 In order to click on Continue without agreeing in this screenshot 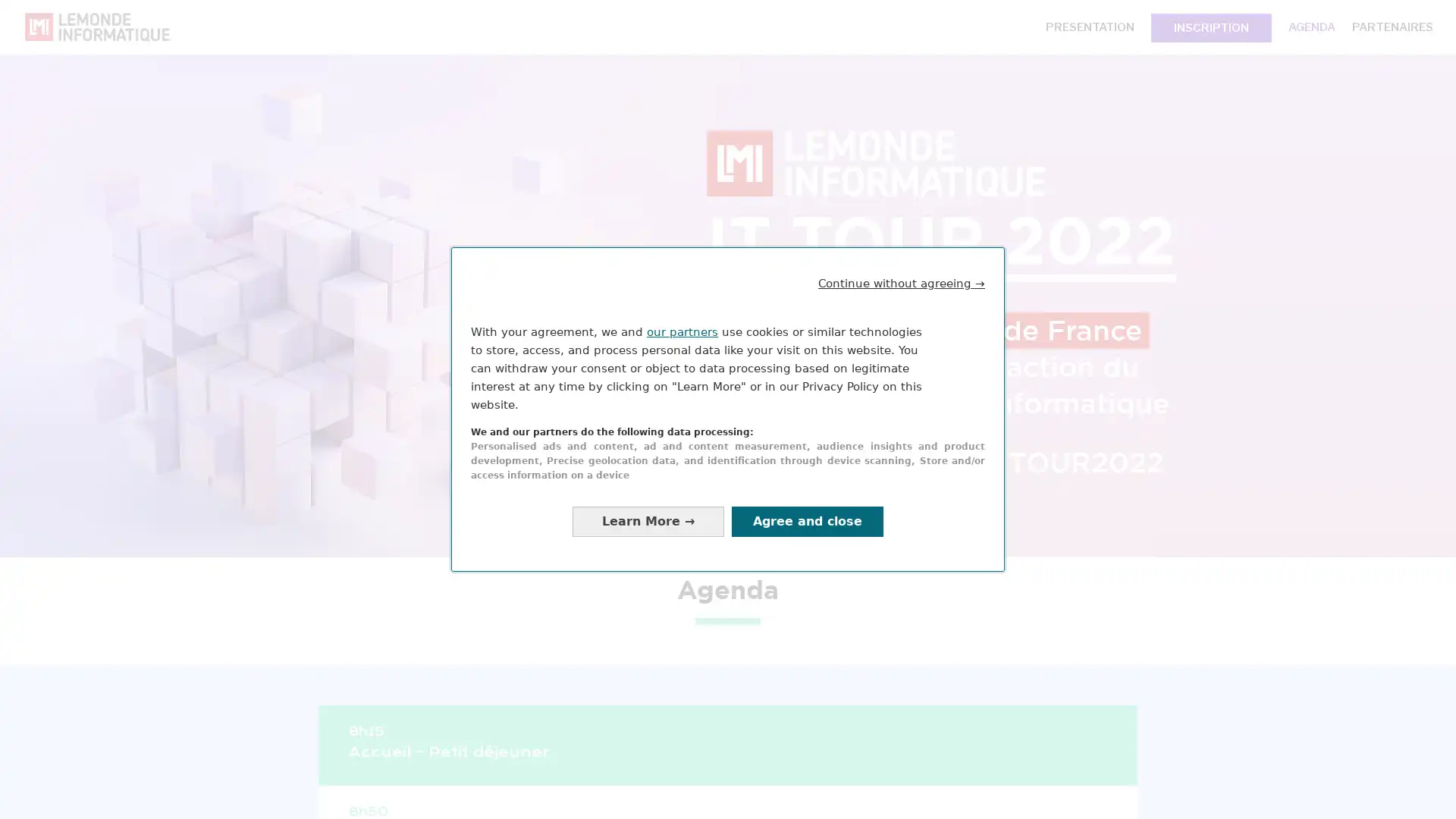, I will do `click(902, 283)`.